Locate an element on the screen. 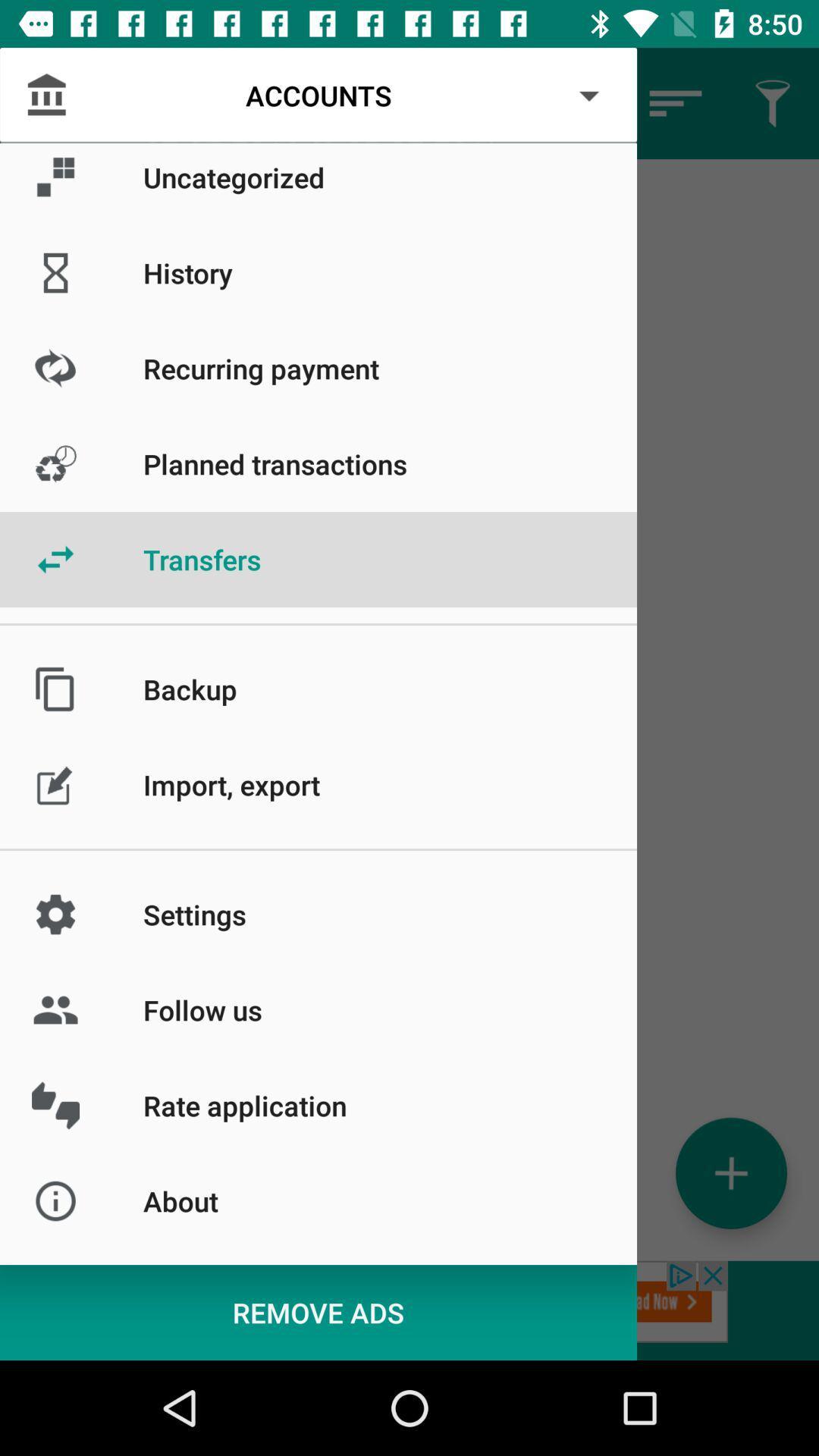 The width and height of the screenshot is (819, 1456). the add icon is located at coordinates (730, 1172).